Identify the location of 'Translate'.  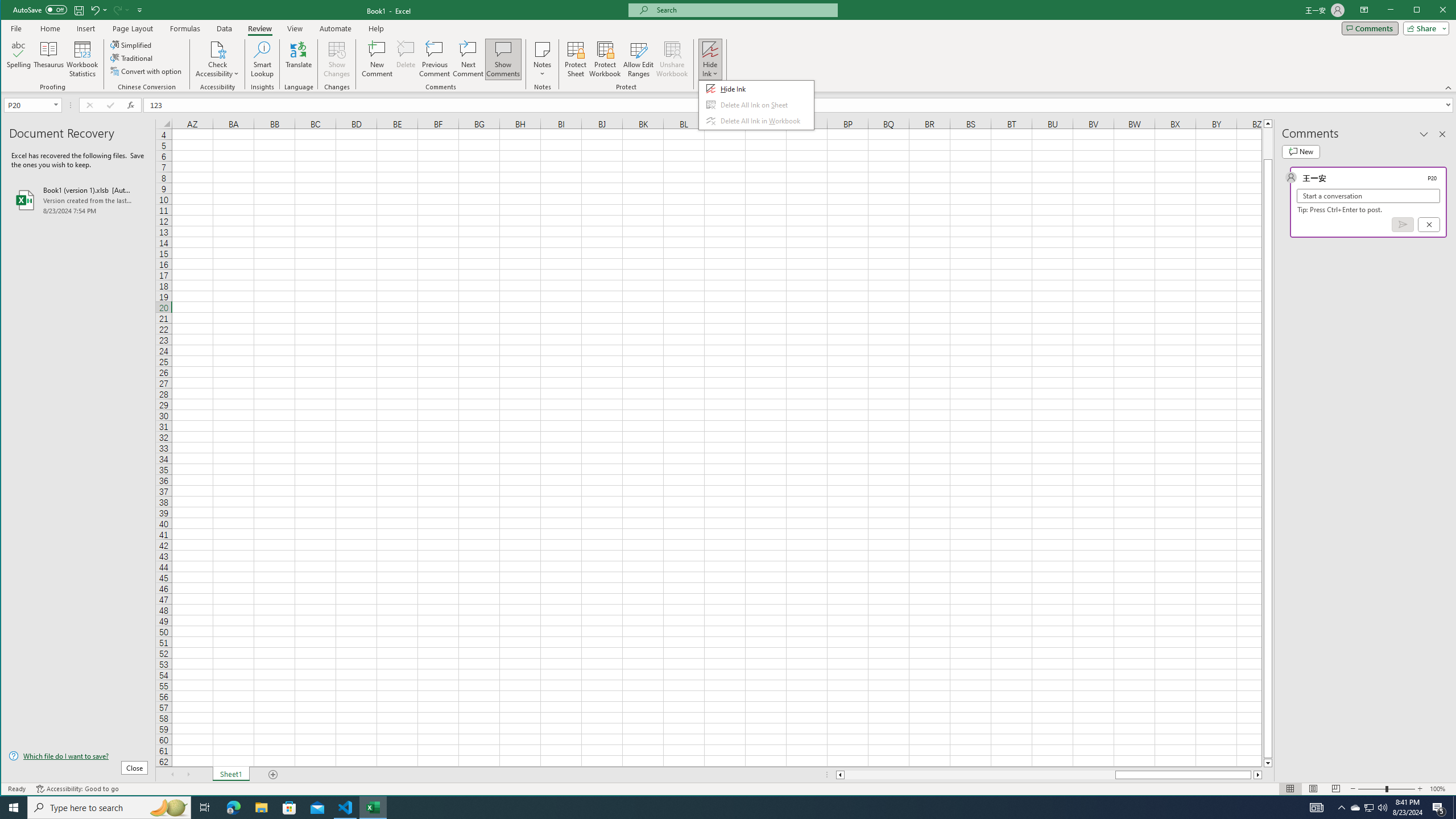
(297, 59).